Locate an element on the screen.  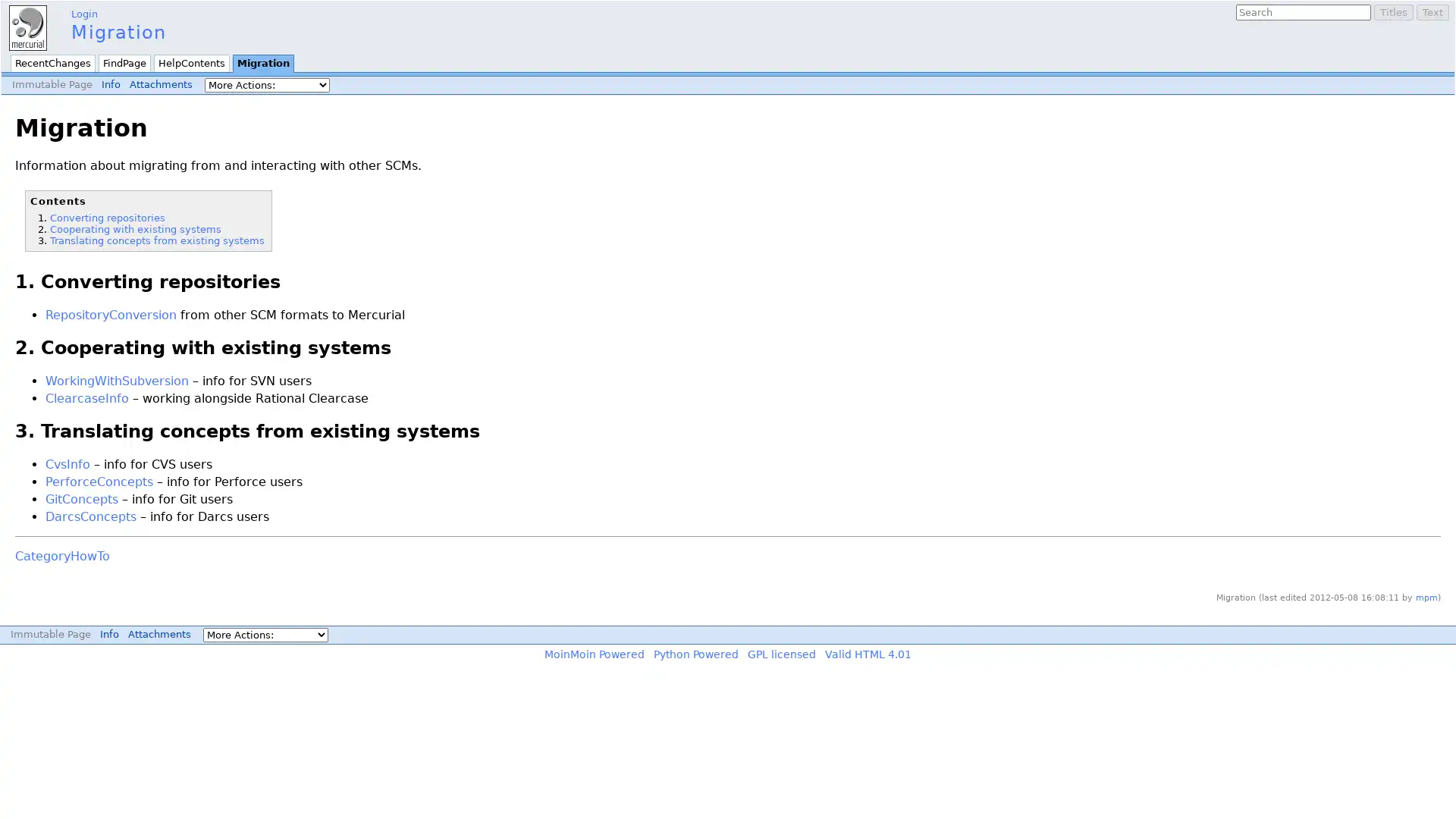
Text is located at coordinates (1432, 12).